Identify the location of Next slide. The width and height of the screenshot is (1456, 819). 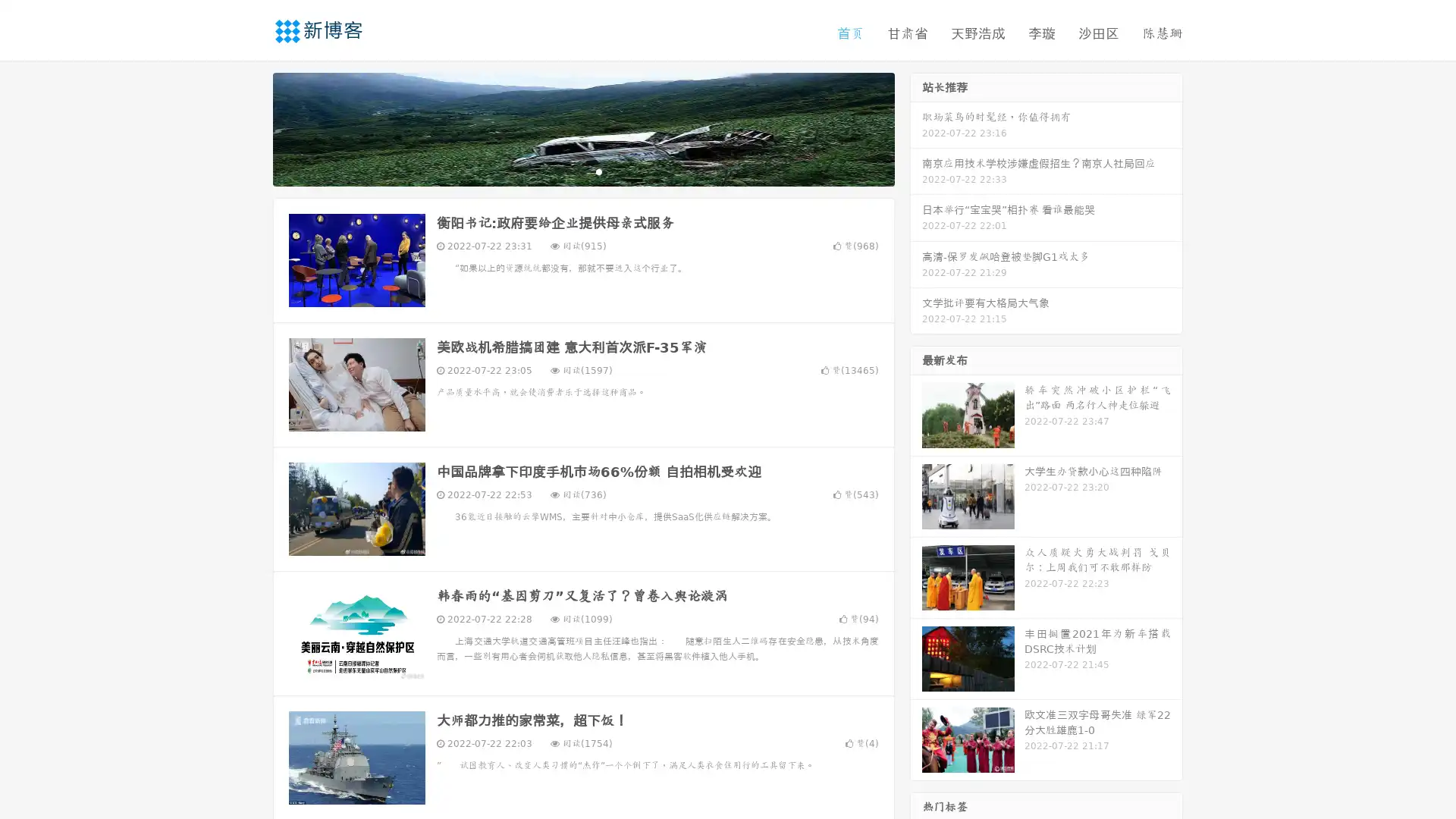
(916, 127).